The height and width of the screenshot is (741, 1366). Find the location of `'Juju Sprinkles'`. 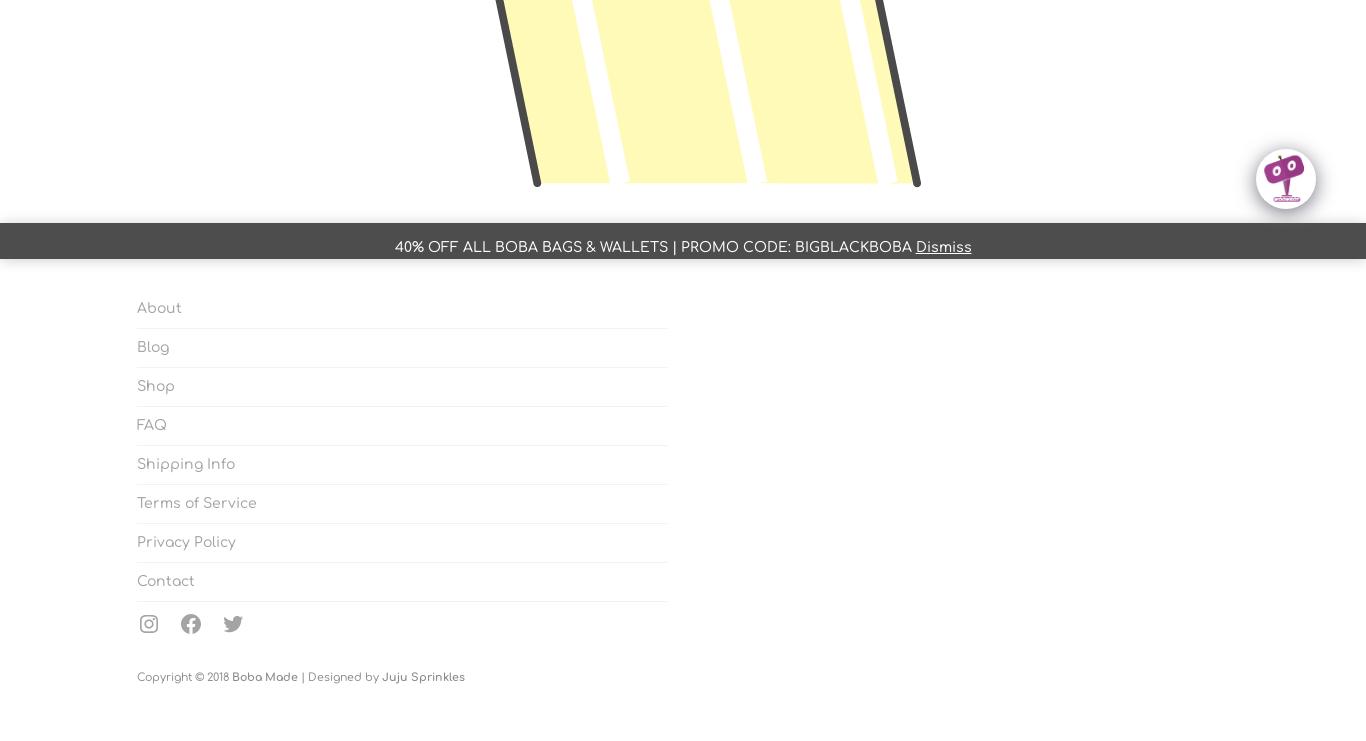

'Juju Sprinkles' is located at coordinates (379, 677).